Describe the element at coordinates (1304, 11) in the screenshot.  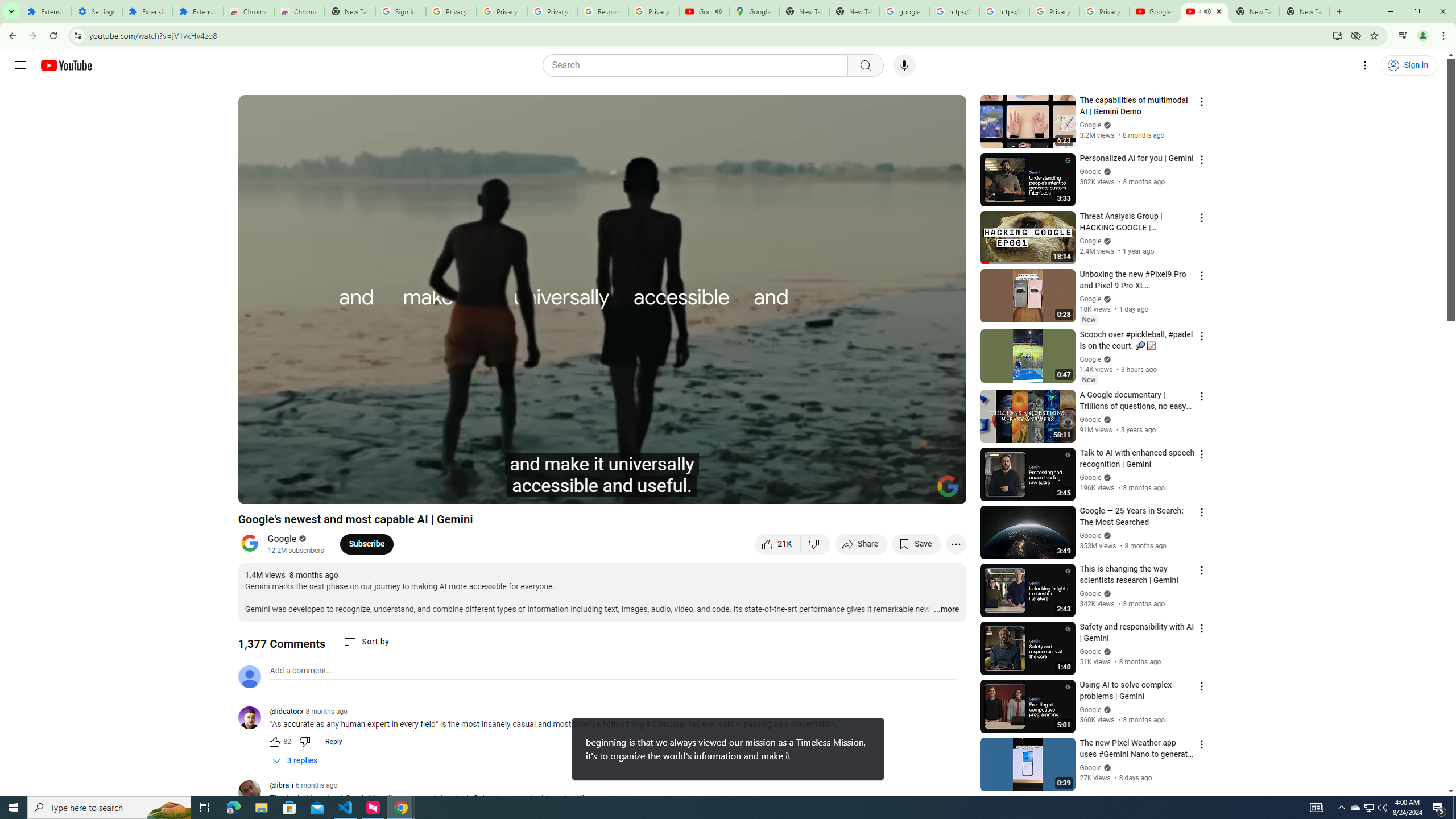
I see `'New Tab'` at that location.